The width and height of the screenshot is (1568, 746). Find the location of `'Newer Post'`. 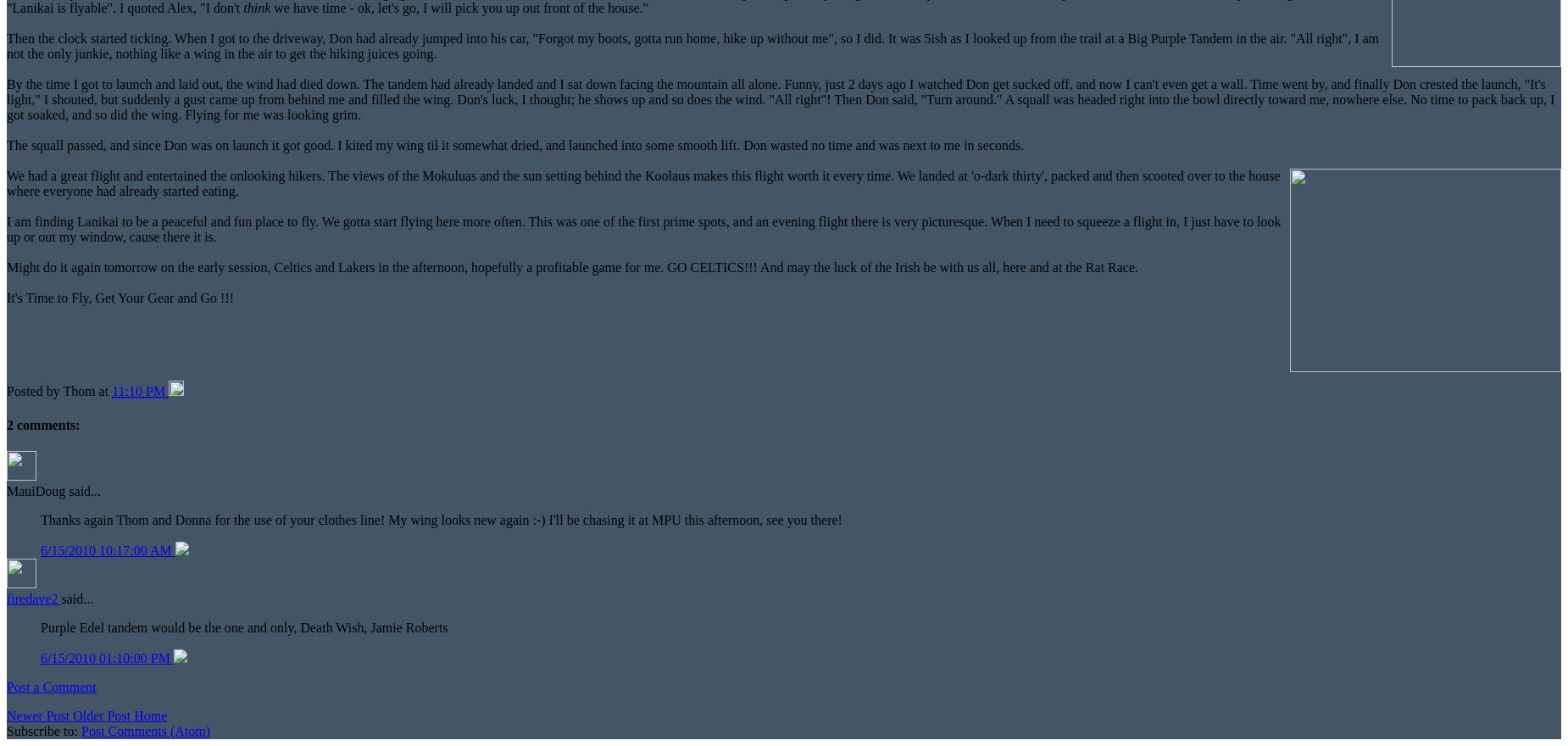

'Newer Post' is located at coordinates (38, 714).